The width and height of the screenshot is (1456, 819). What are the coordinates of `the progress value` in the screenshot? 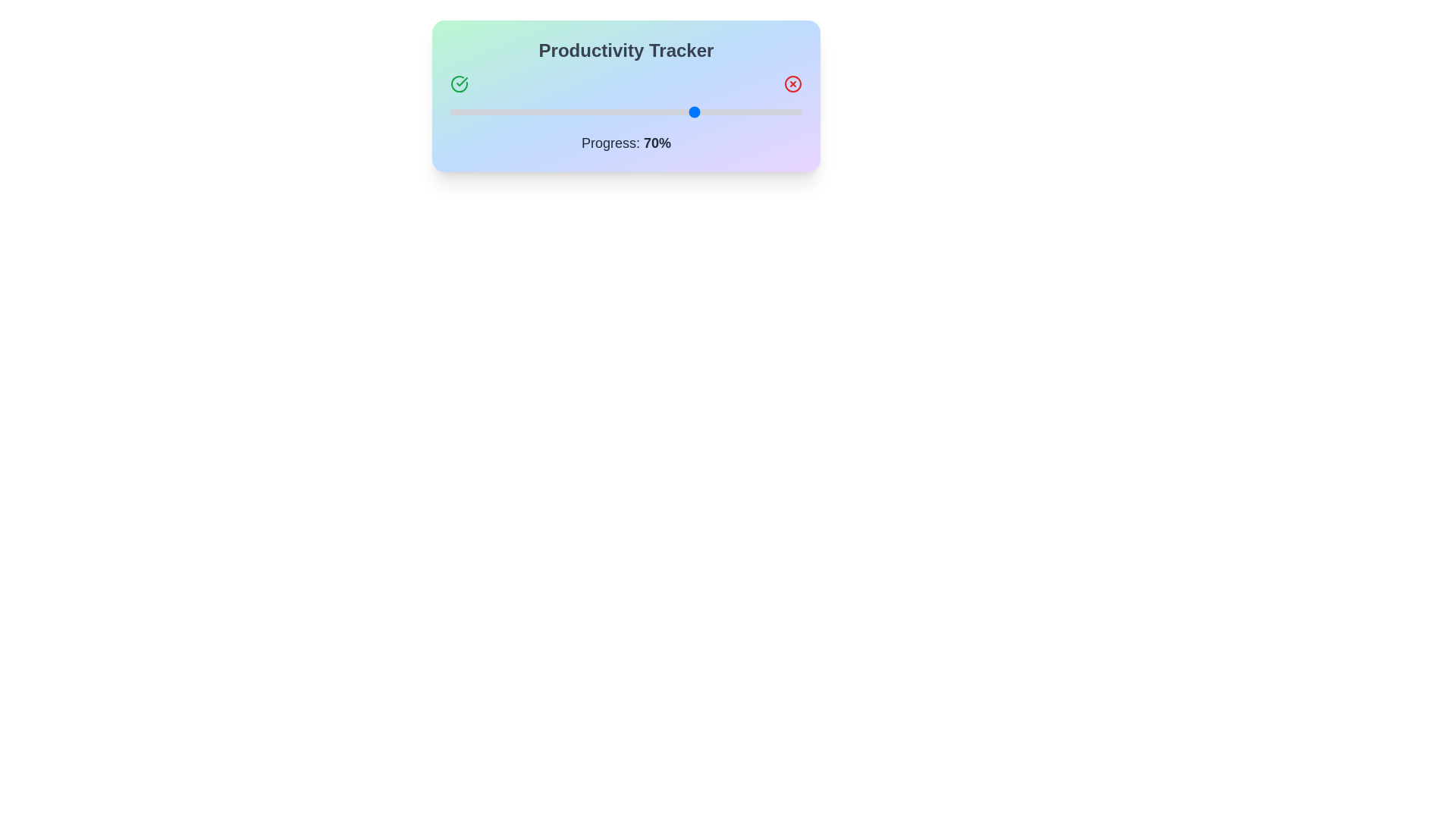 It's located at (678, 111).